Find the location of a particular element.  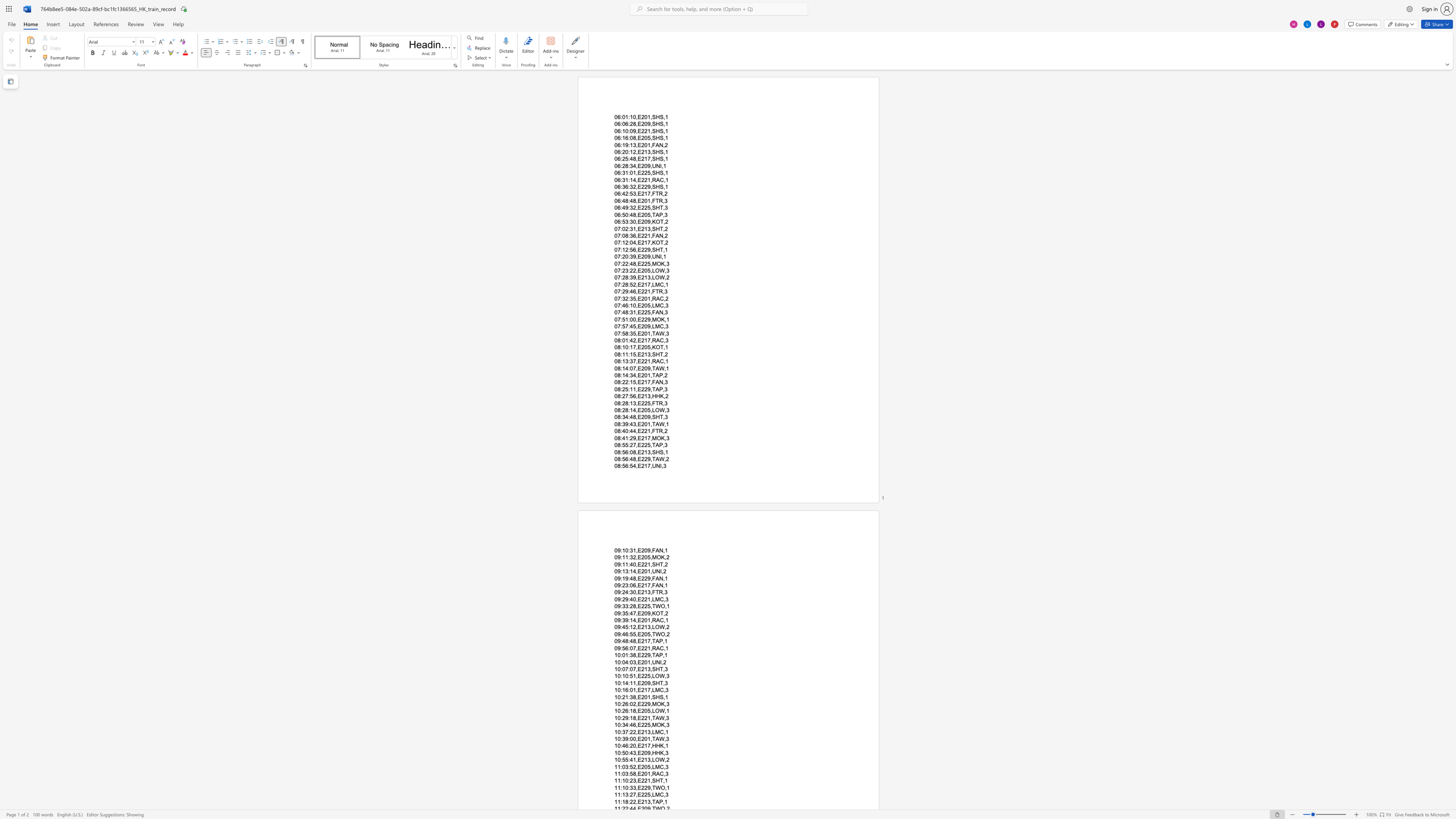

the subset text ":34,E209,UNI,1" within the text "06:28:34,E209,UNI,1" is located at coordinates (628, 165).